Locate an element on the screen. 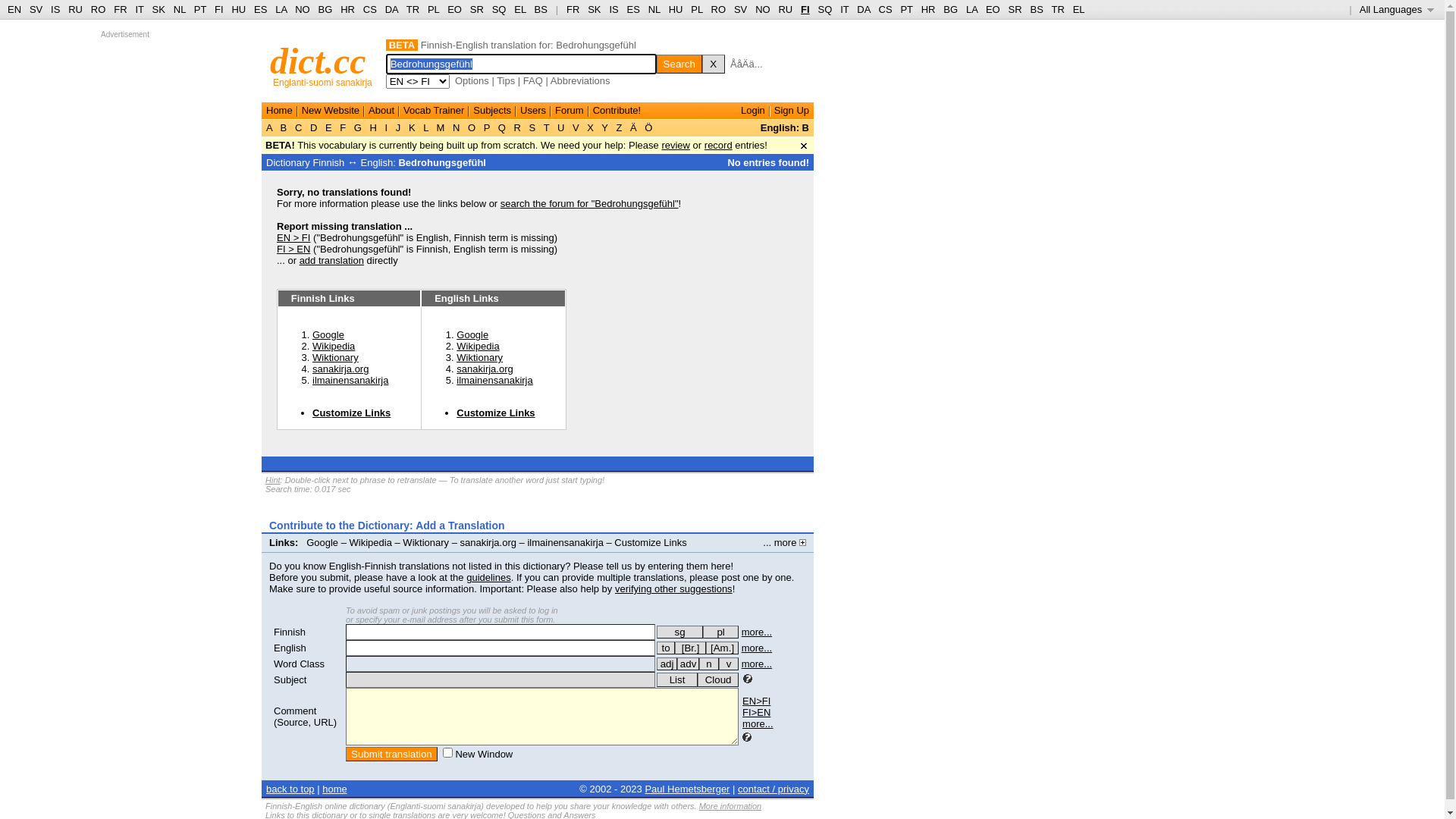 The width and height of the screenshot is (1456, 819). 'More information' is located at coordinates (698, 805).